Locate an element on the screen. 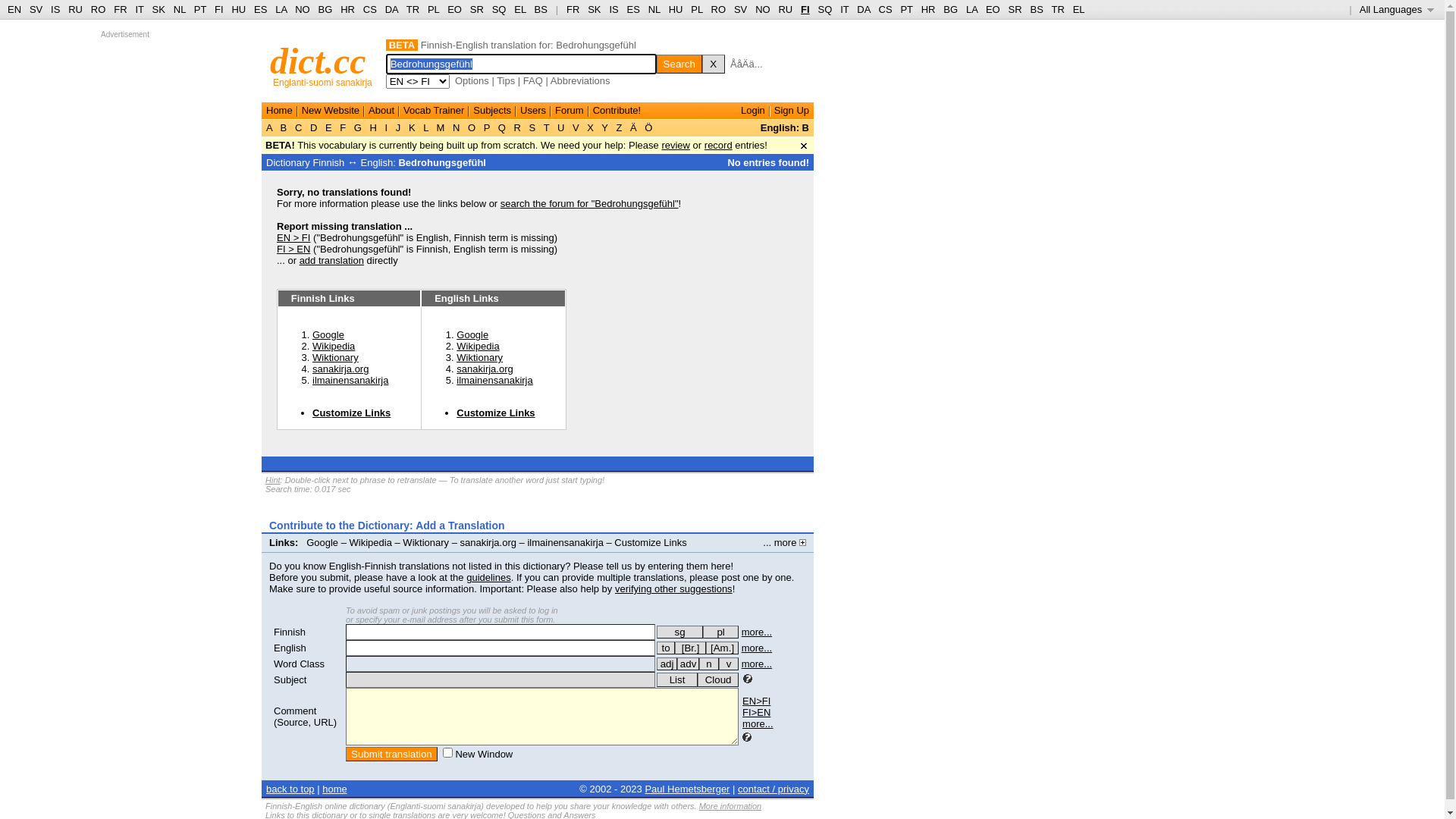 The width and height of the screenshot is (1456, 819). 'More information' is located at coordinates (698, 805).